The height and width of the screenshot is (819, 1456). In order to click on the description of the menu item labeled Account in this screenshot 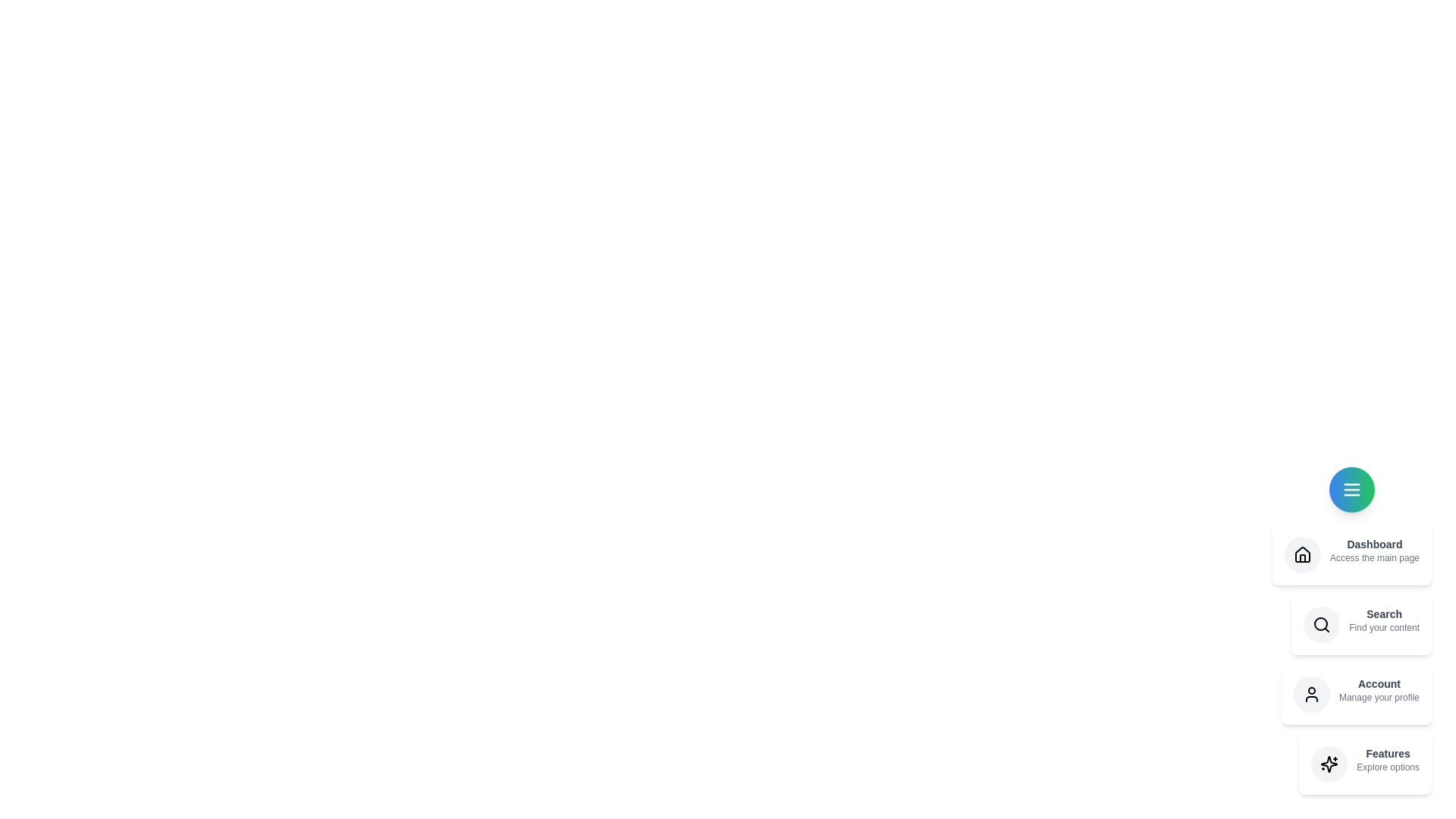, I will do `click(1379, 690)`.